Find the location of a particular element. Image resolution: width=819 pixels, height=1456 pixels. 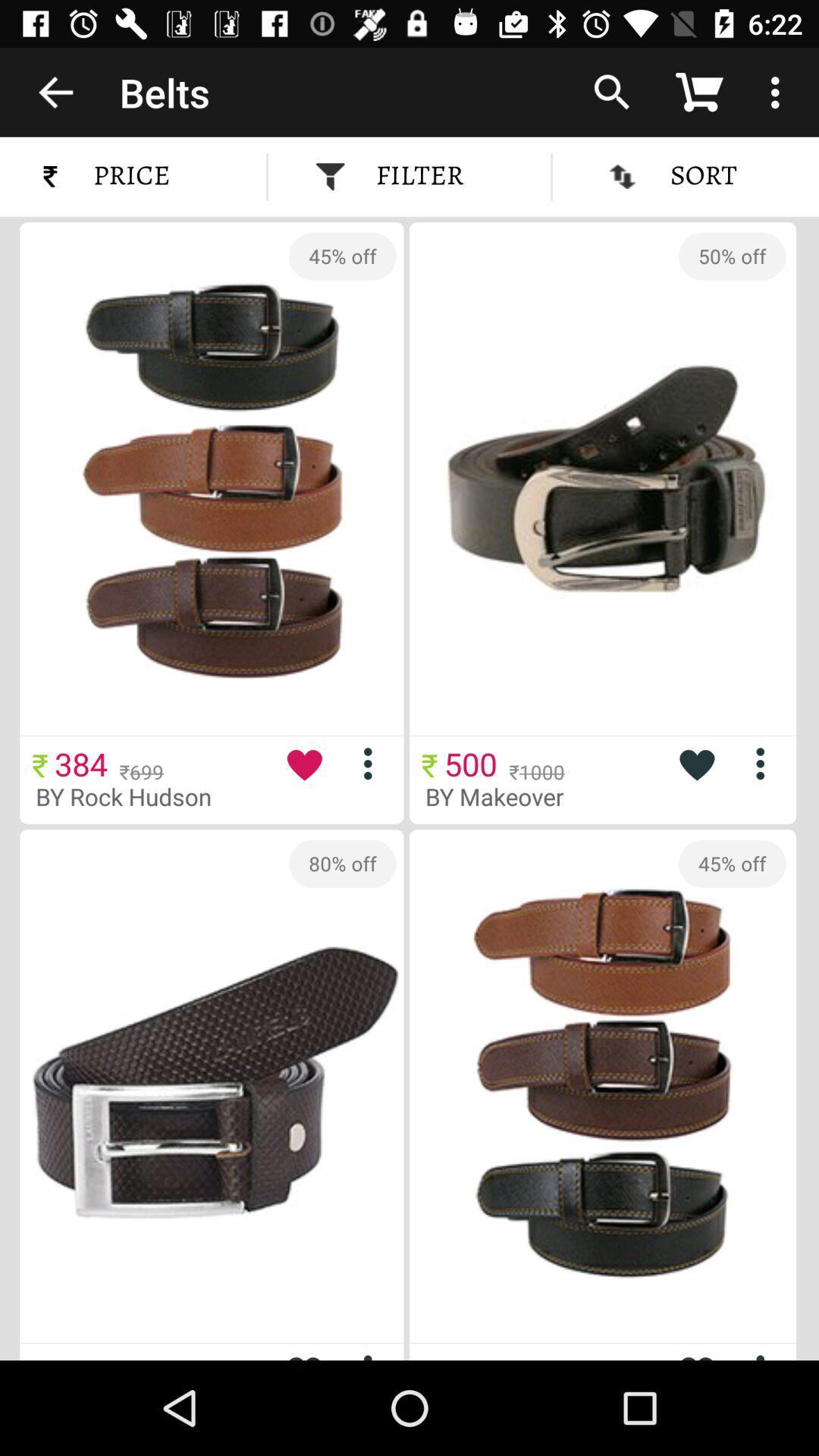

favorite is located at coordinates (304, 1351).